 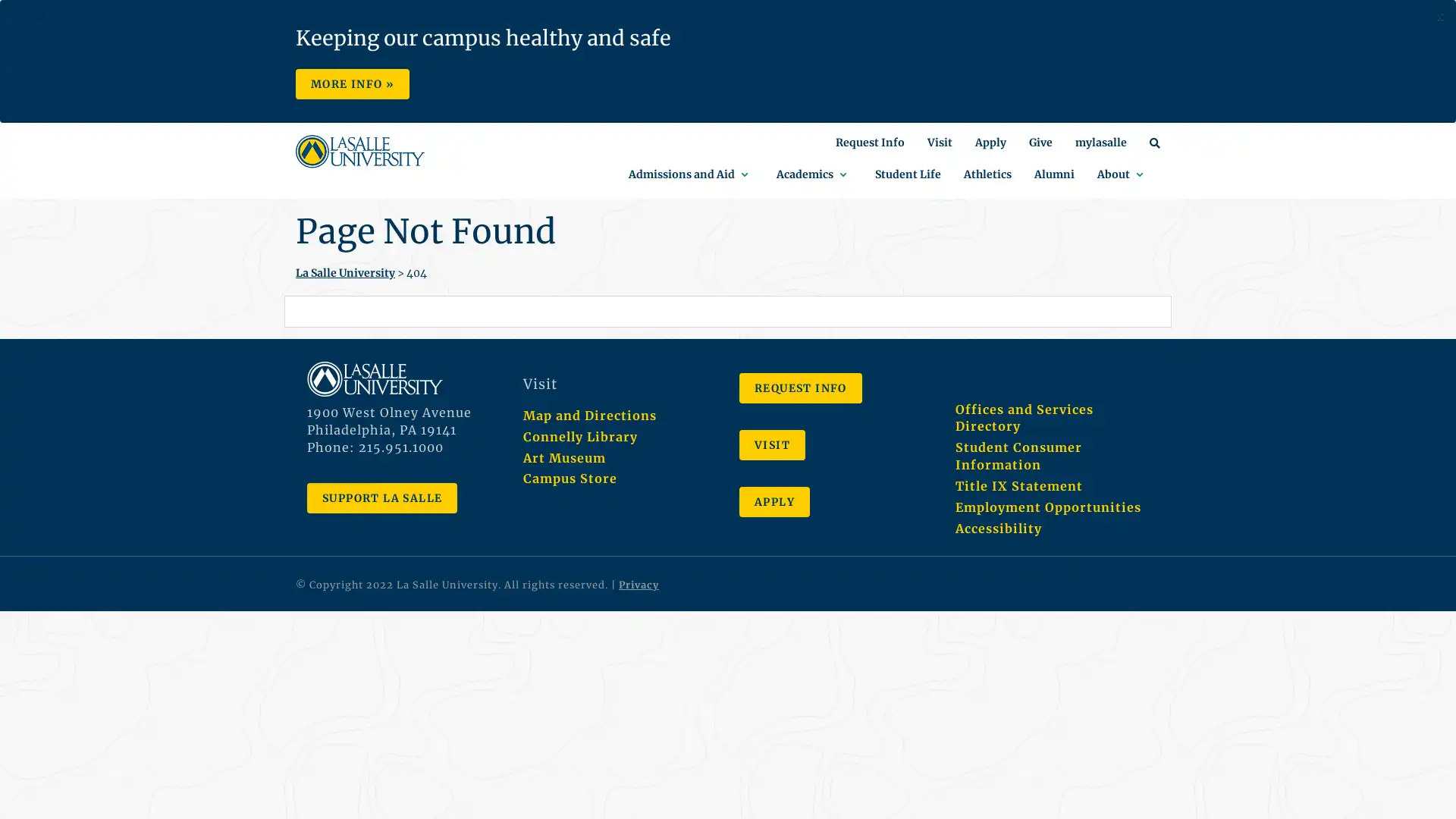 I want to click on Search Submit, so click(x=728, y=84).